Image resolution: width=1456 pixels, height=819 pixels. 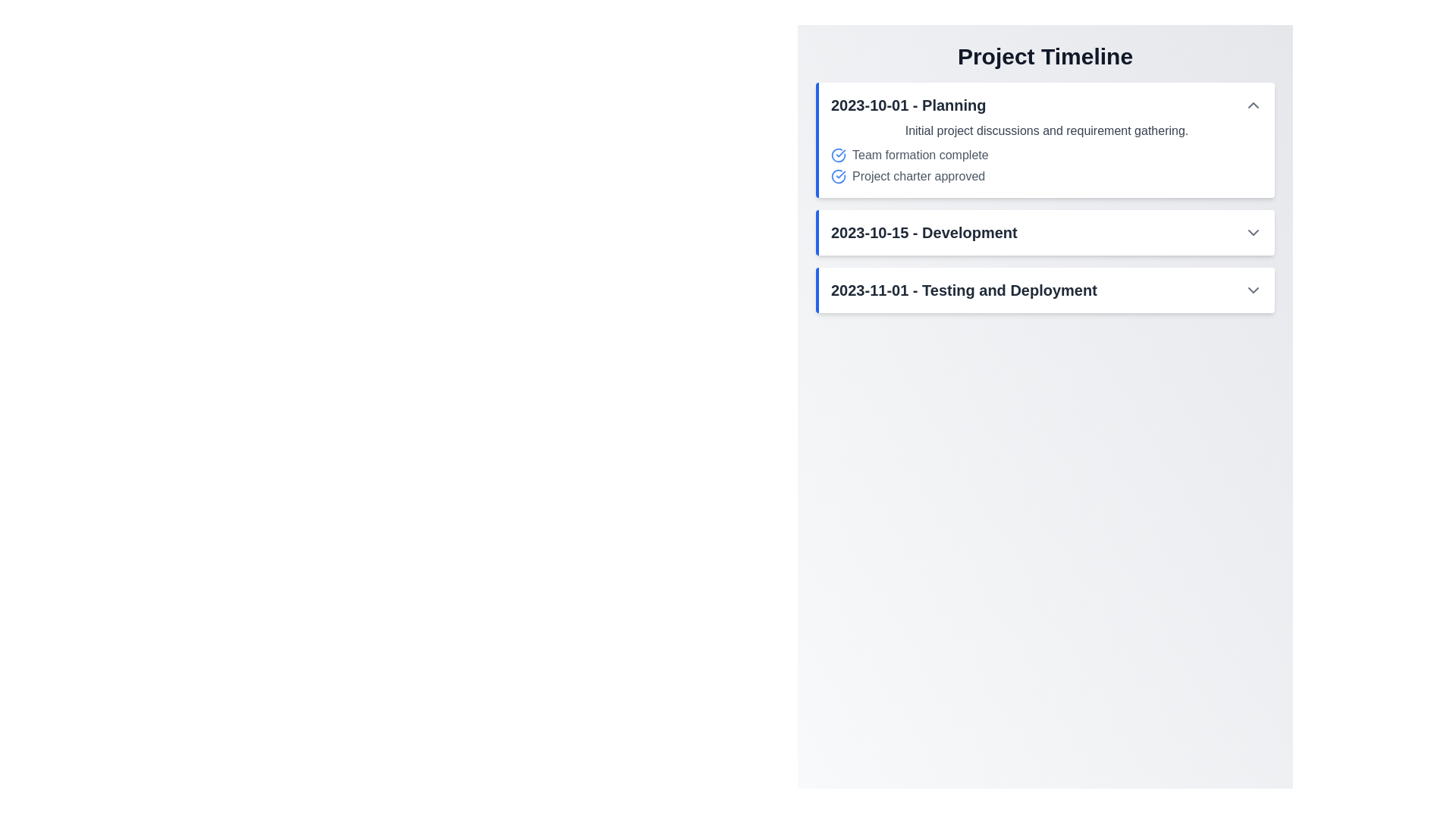 I want to click on text label indicating the completion status of the 'Project charter approved' milestone, which is the second item in the '2023-10-01 - Planning' section of the timeline, following 'Team formation complete', so click(x=918, y=175).